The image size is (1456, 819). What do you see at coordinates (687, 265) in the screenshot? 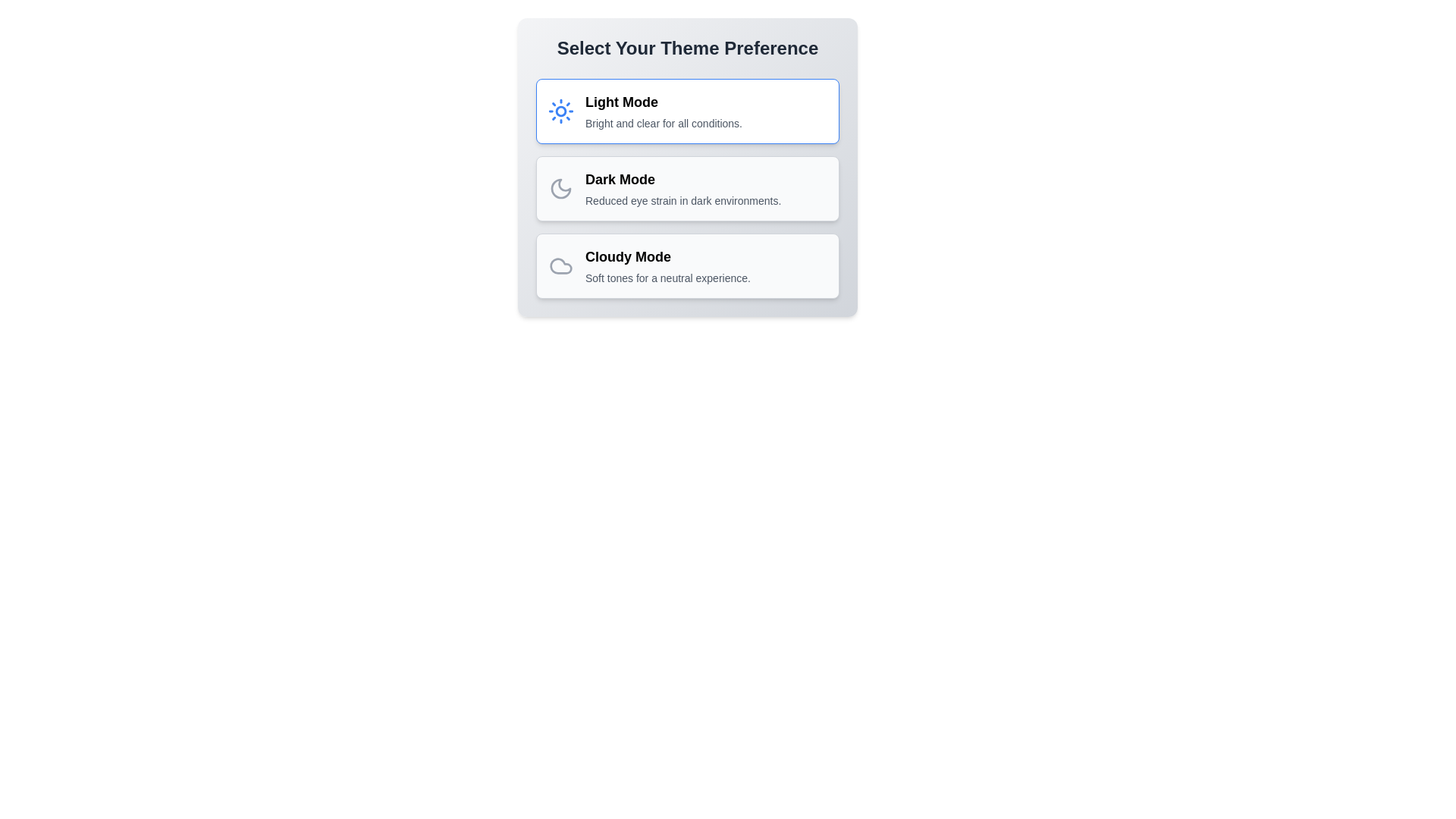
I see `the 'Cloudy Mode' selectable card` at bounding box center [687, 265].